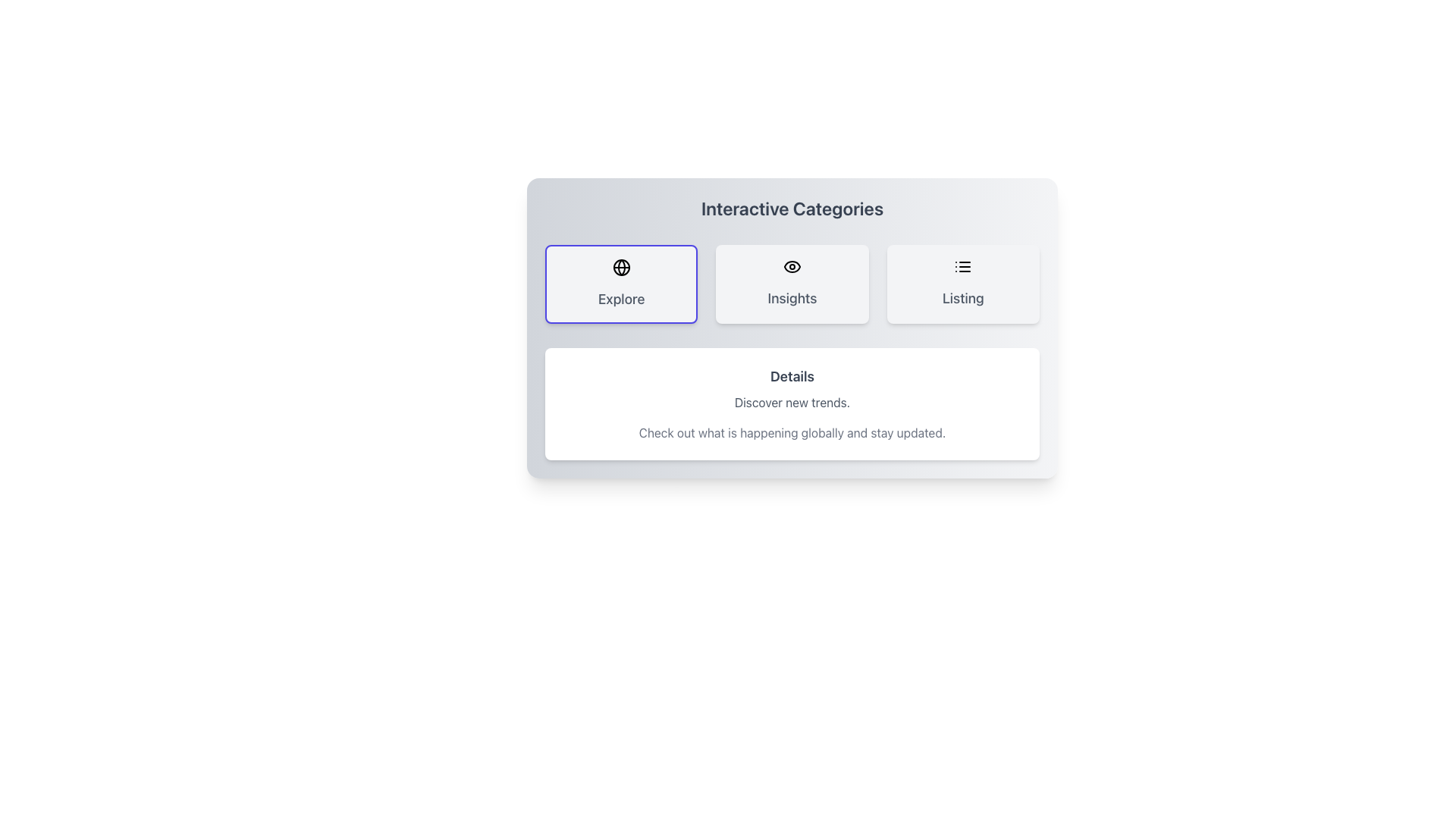  I want to click on the 'Explore' button which is a rectangular button with a rounded gray background and a globe icon above the label, located in the top-left of the group of three buttons, so click(621, 284).